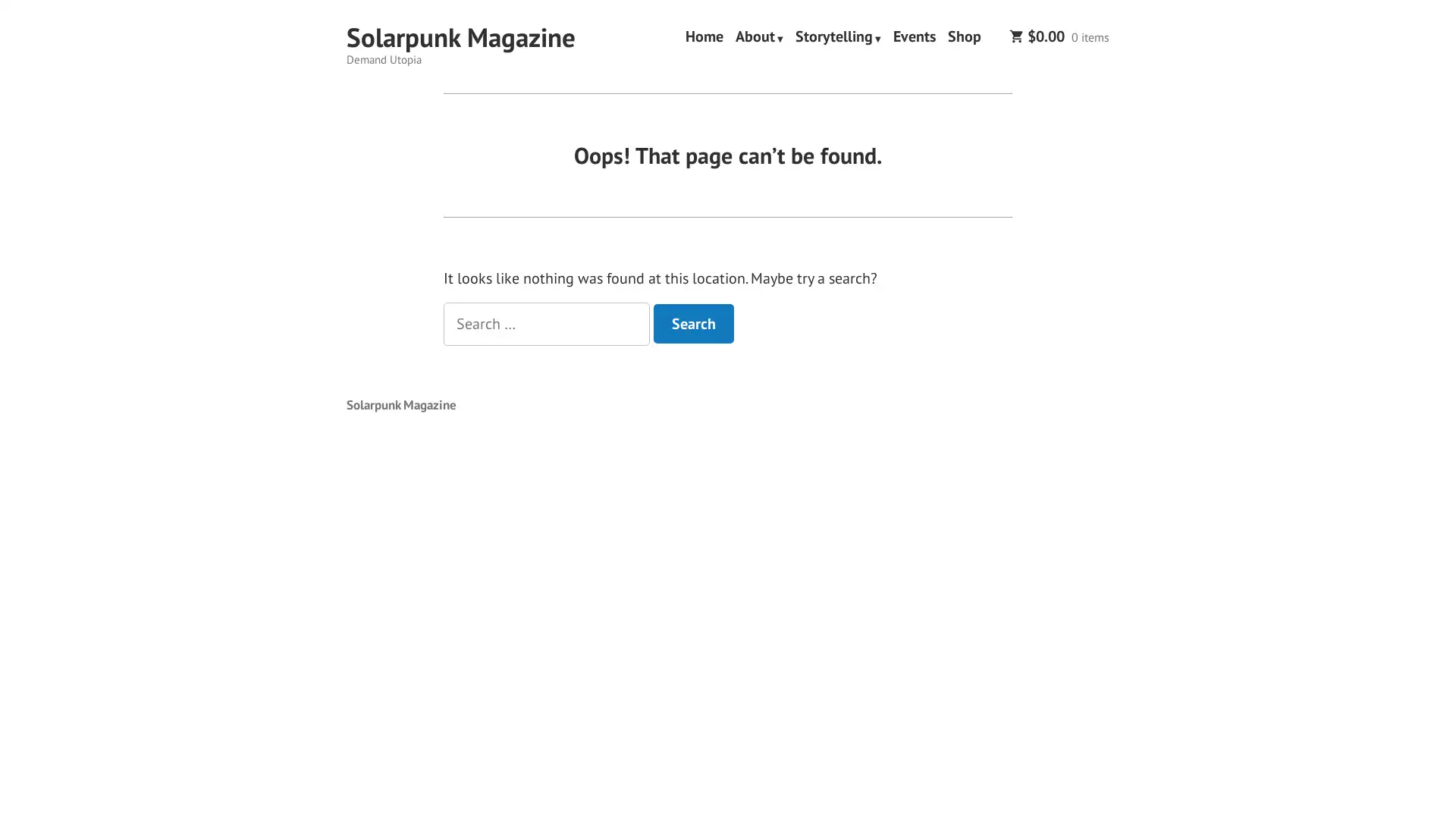 Image resolution: width=1456 pixels, height=819 pixels. Describe the element at coordinates (693, 323) in the screenshot. I see `Search` at that location.